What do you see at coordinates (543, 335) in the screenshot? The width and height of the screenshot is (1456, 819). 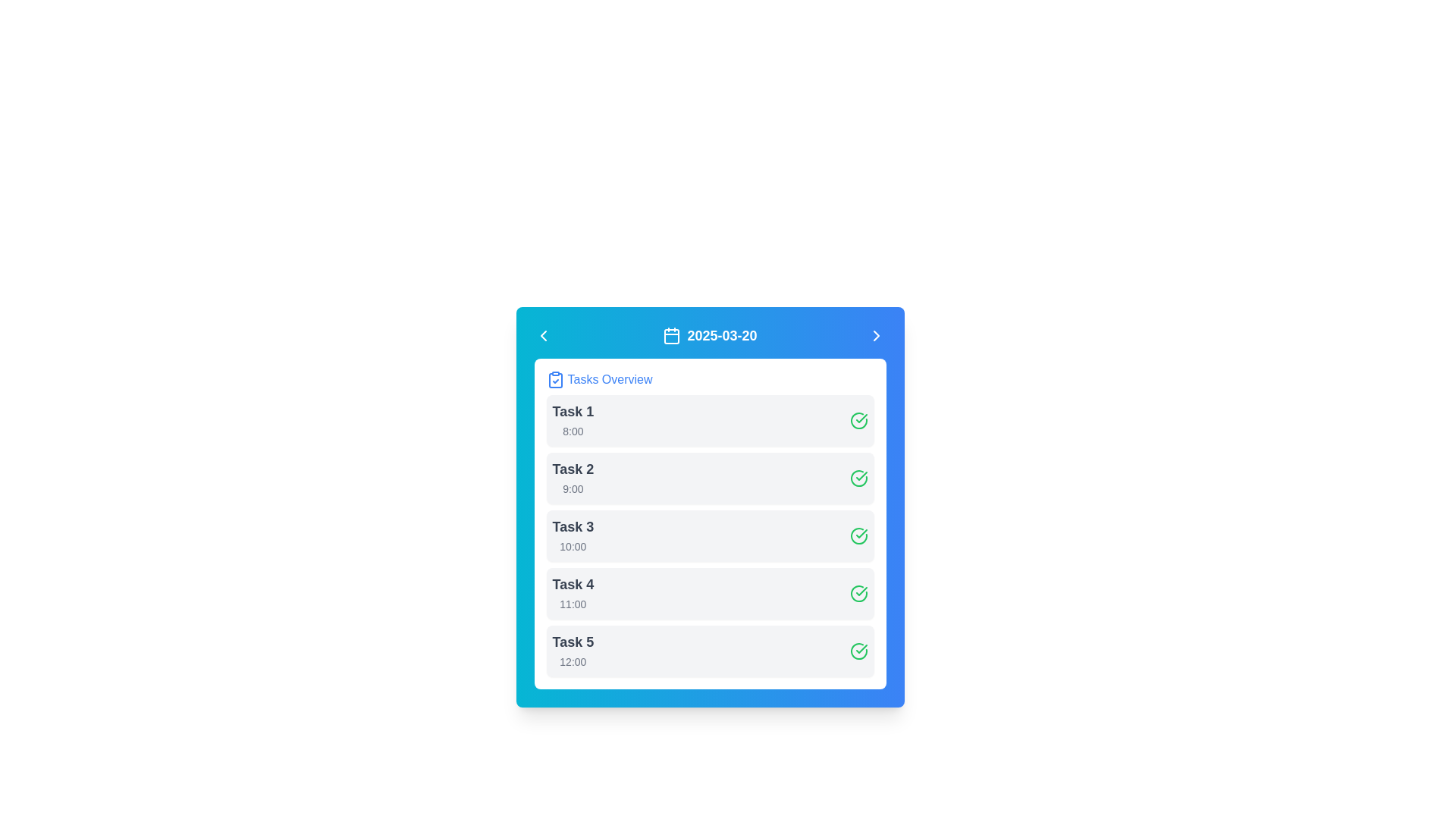 I see `the back navigation icon button located in the top-left corner of the header bar` at bounding box center [543, 335].